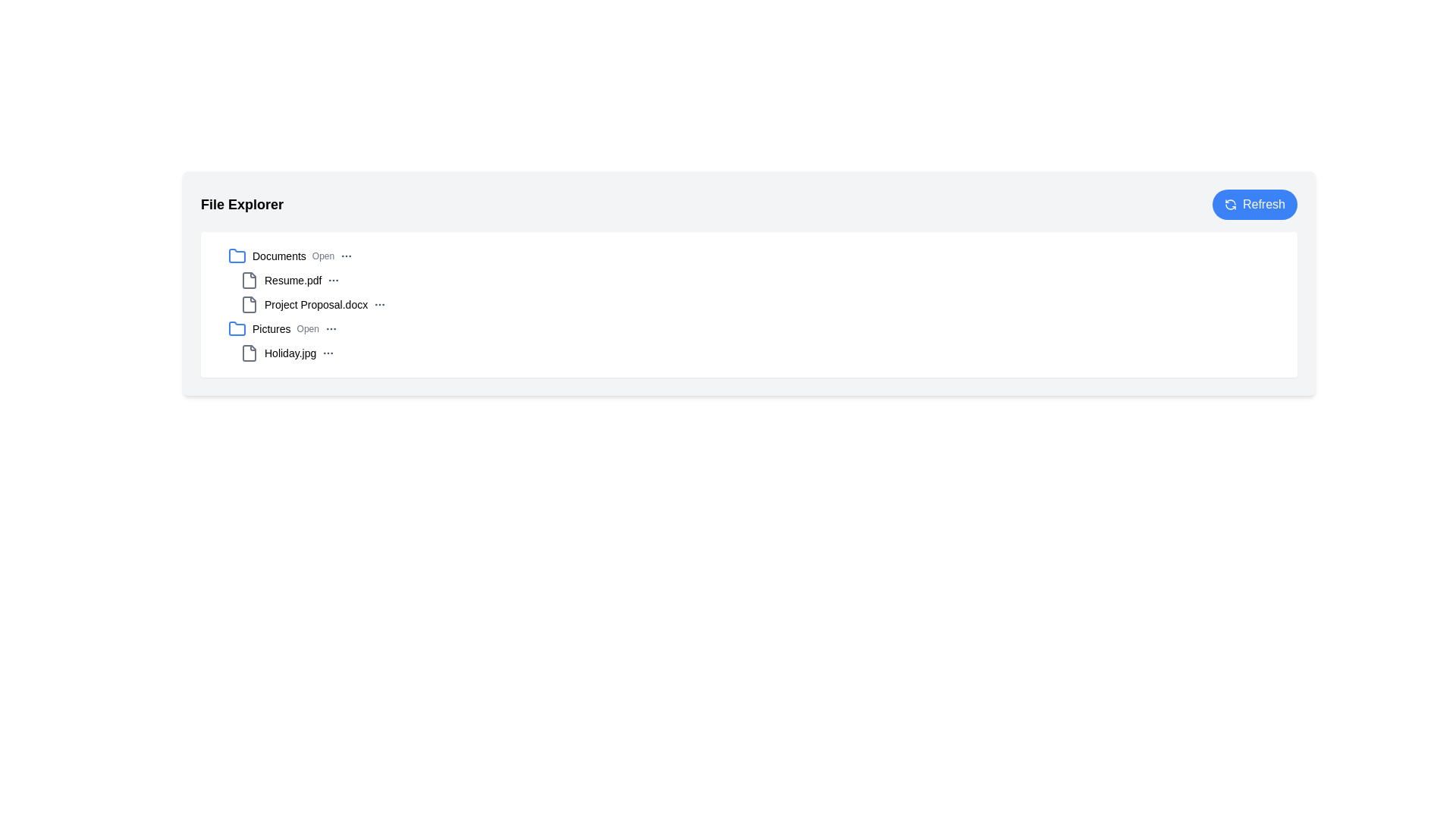  Describe the element at coordinates (249, 281) in the screenshot. I see `the document file icon, which has a light gray outline and a folded upper-right corner, located to the left of the 'Resume.pdf' label in the second row of the 'File Explorer' interface` at that location.